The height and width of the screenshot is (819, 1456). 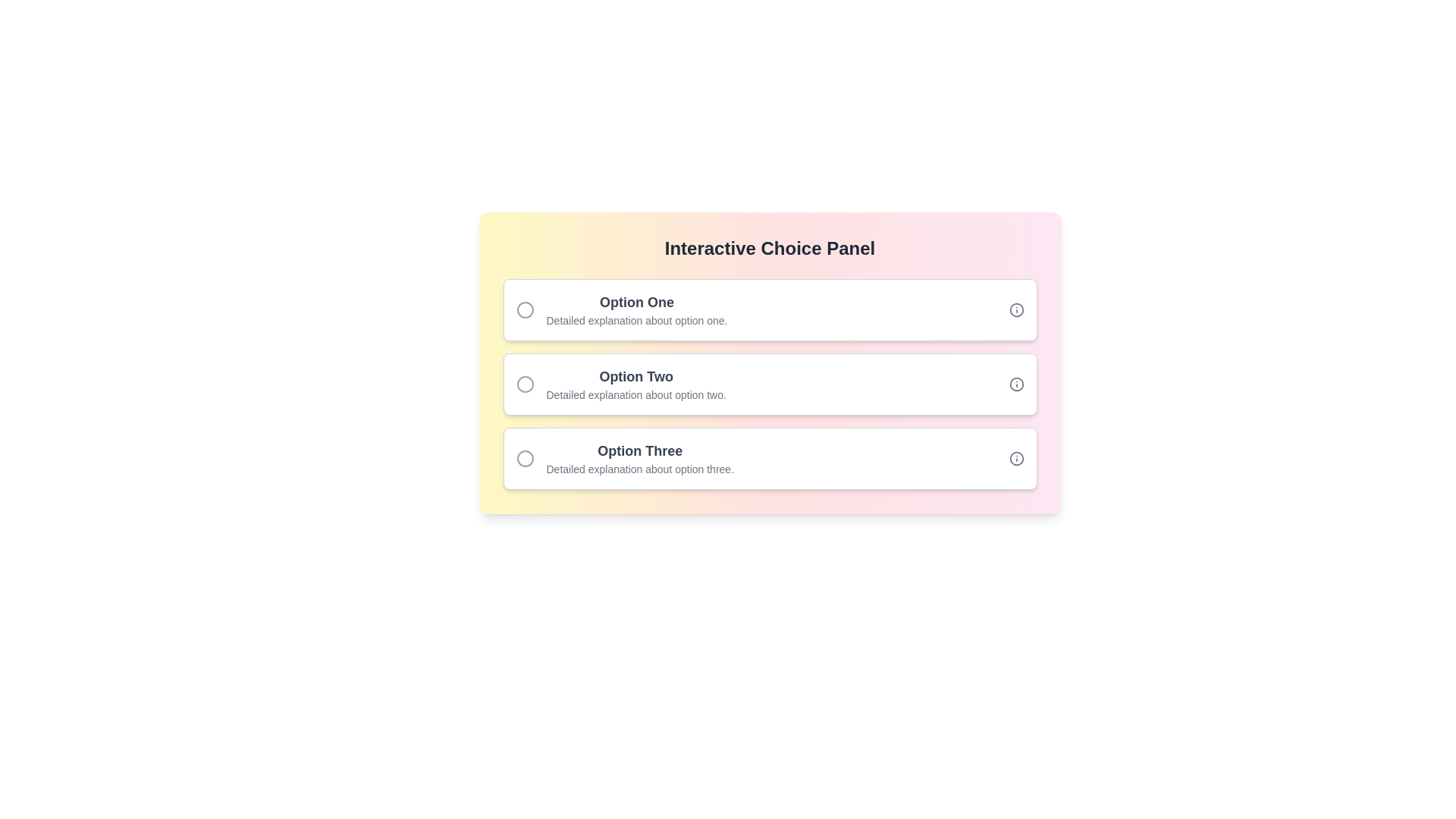 What do you see at coordinates (640, 468) in the screenshot?
I see `the Text Label providing context for 'Option Three' located in the bottom-right quadrant of the interface` at bounding box center [640, 468].